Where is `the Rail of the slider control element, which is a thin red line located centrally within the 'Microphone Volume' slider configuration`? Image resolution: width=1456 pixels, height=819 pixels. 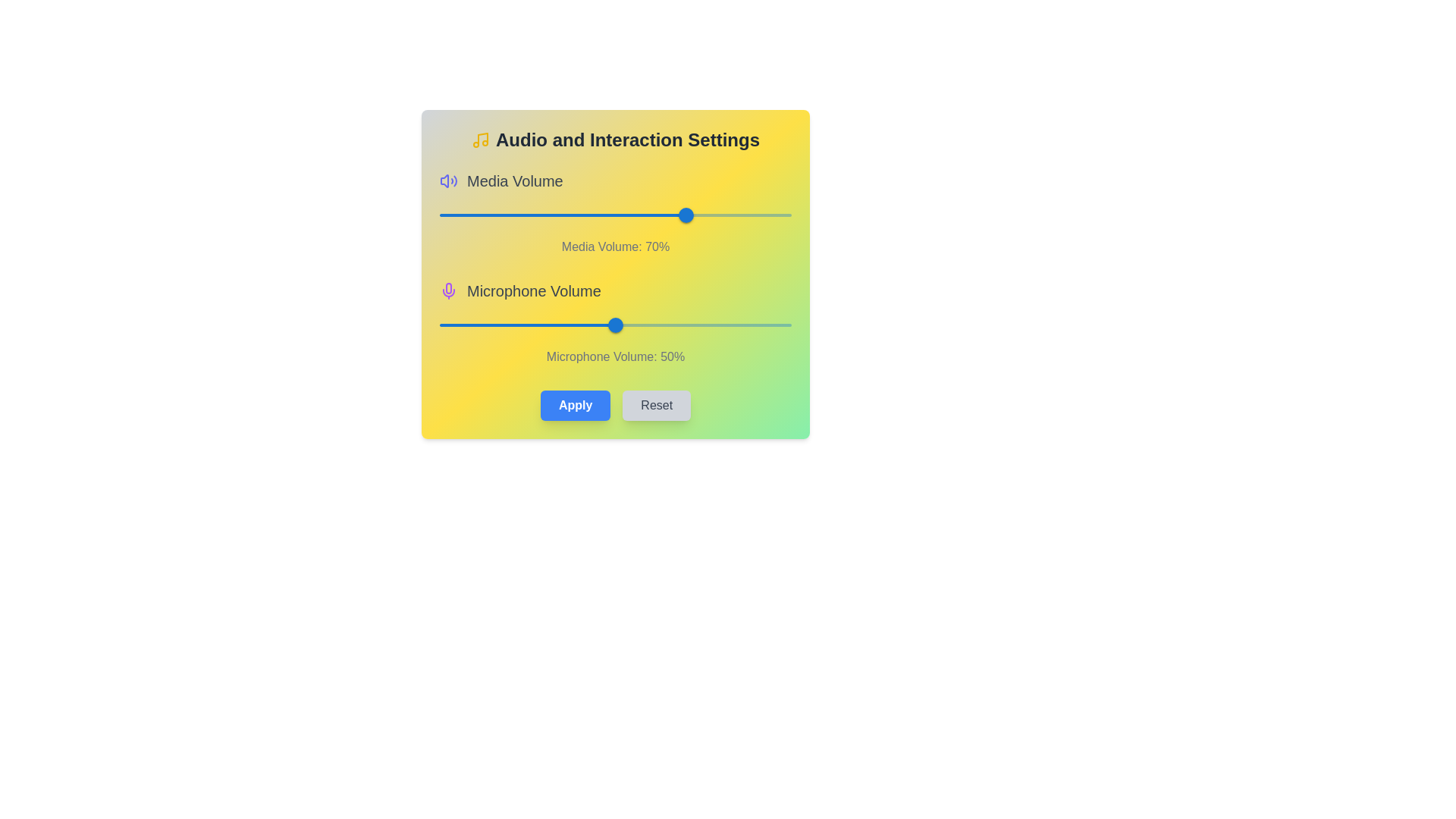
the Rail of the slider control element, which is a thin red line located centrally within the 'Microphone Volume' slider configuration is located at coordinates (615, 324).